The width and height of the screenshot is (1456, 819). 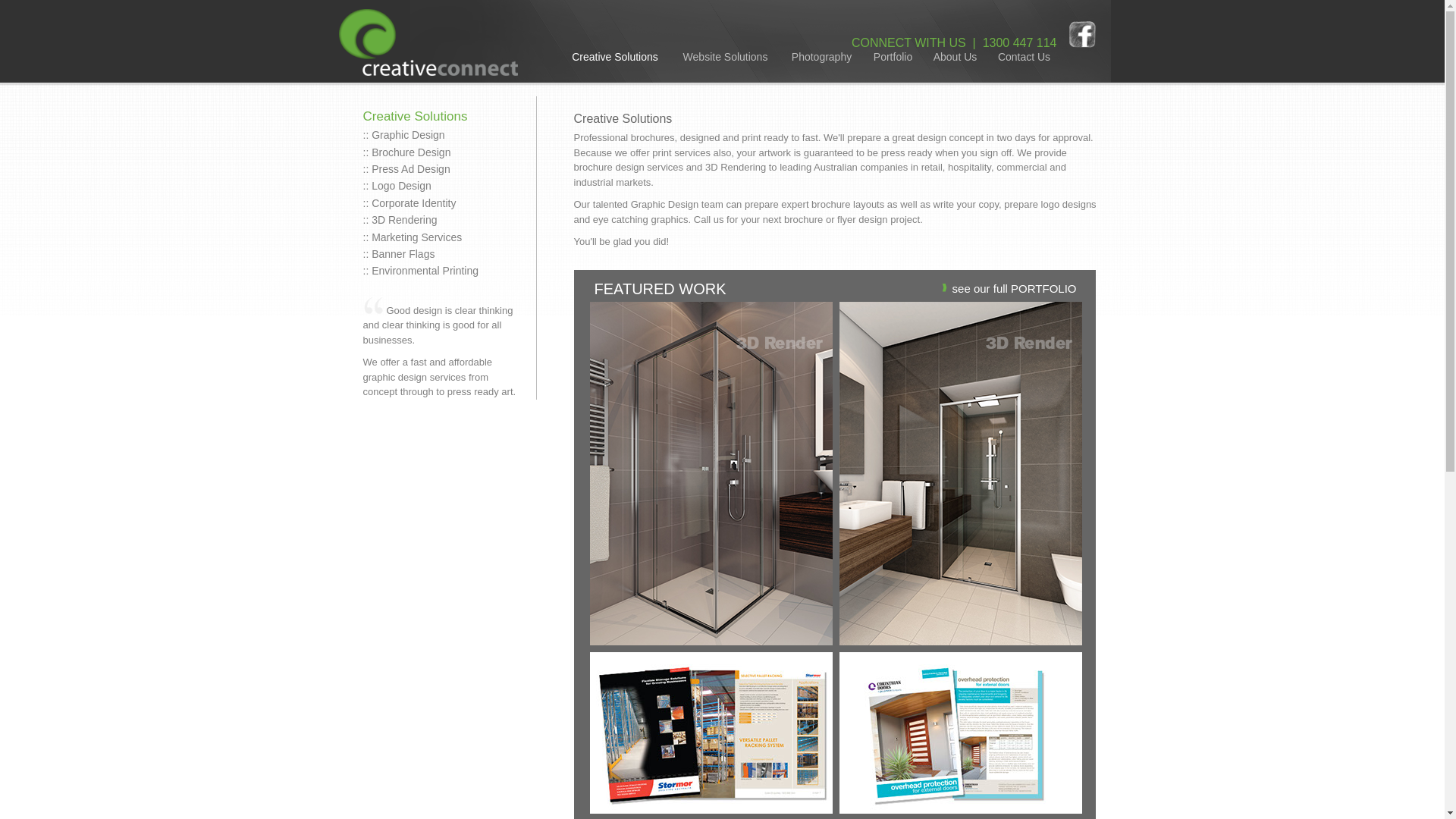 What do you see at coordinates (406, 152) in the screenshot?
I see `':: Brochure Design'` at bounding box center [406, 152].